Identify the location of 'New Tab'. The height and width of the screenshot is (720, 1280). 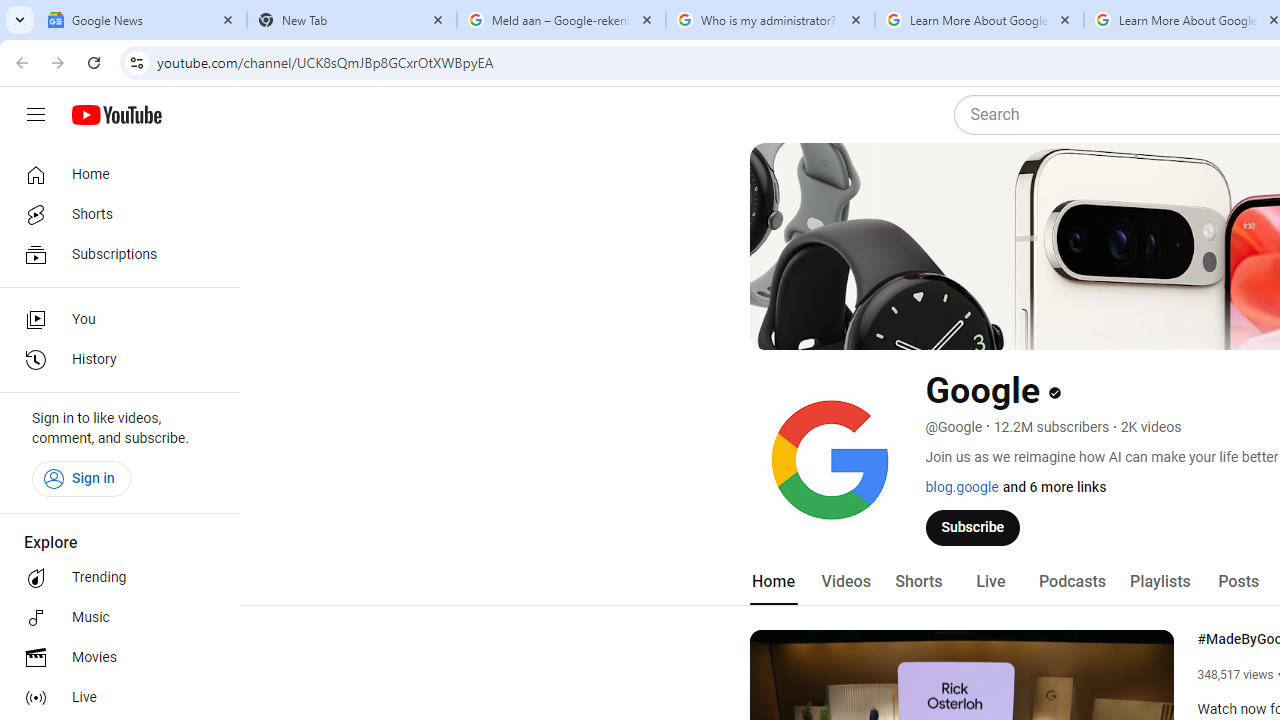
(352, 20).